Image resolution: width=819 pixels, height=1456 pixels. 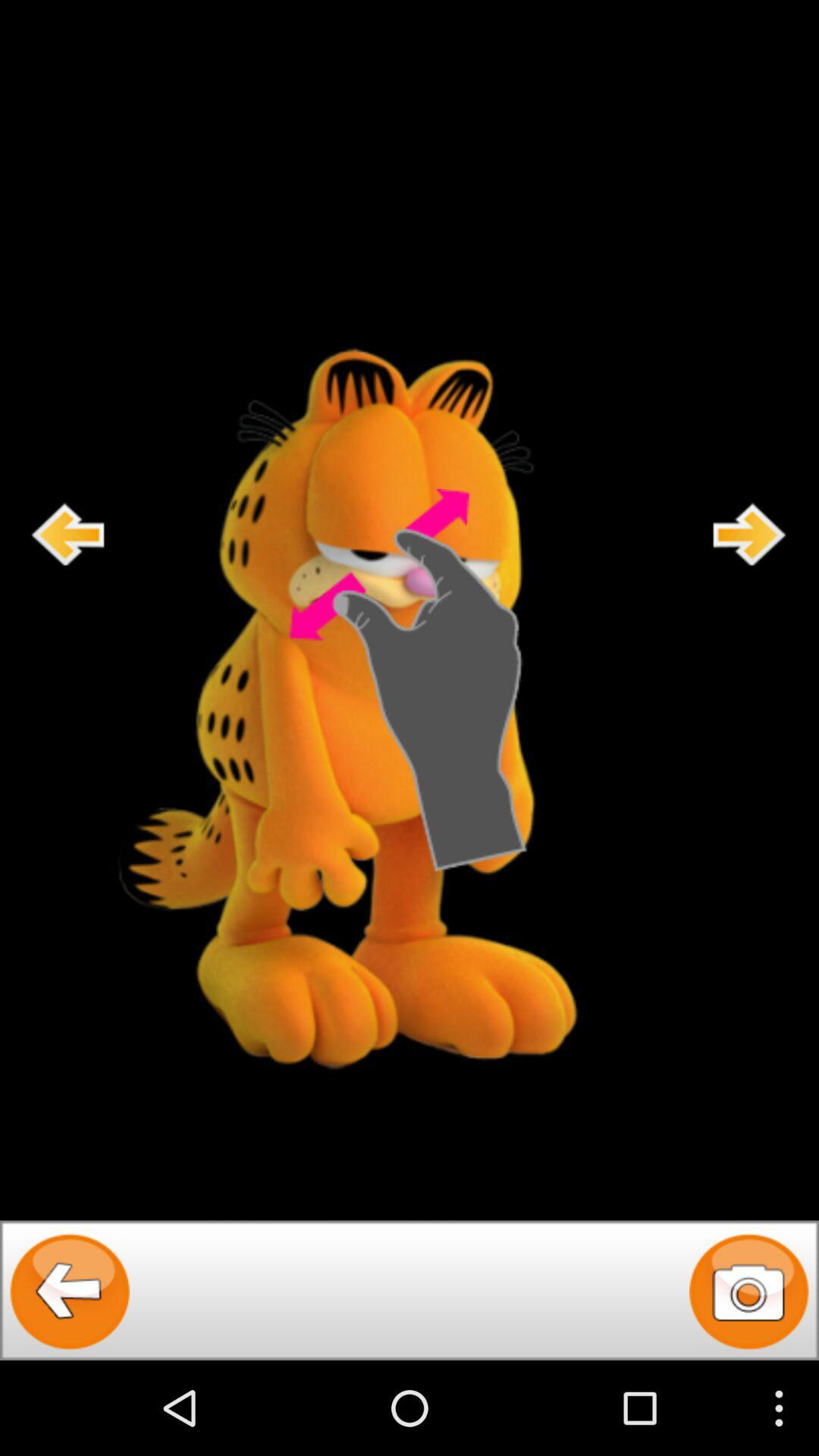 What do you see at coordinates (749, 534) in the screenshot?
I see `foward` at bounding box center [749, 534].